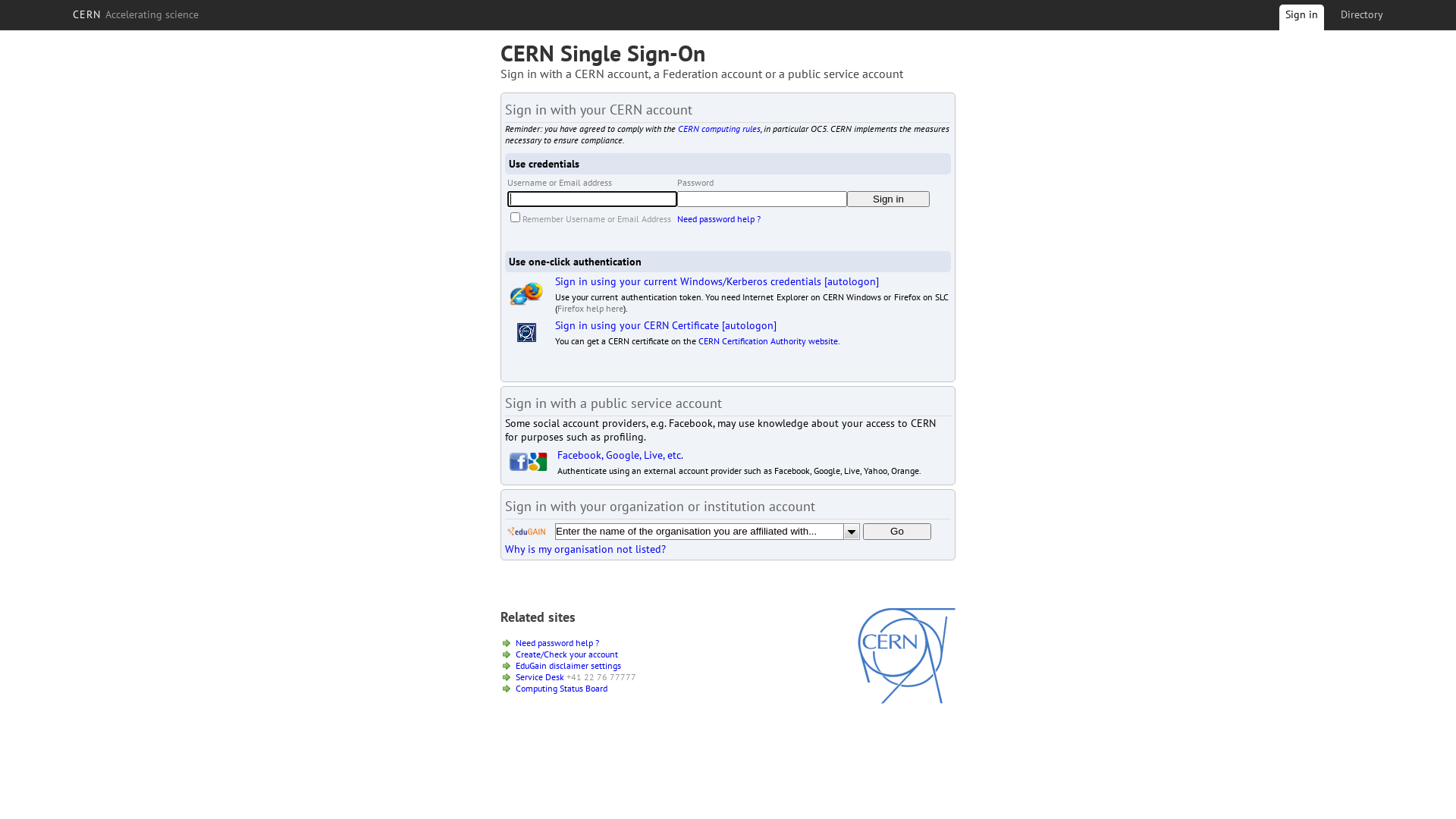  What do you see at coordinates (560, 688) in the screenshot?
I see `'Computing Status Board'` at bounding box center [560, 688].